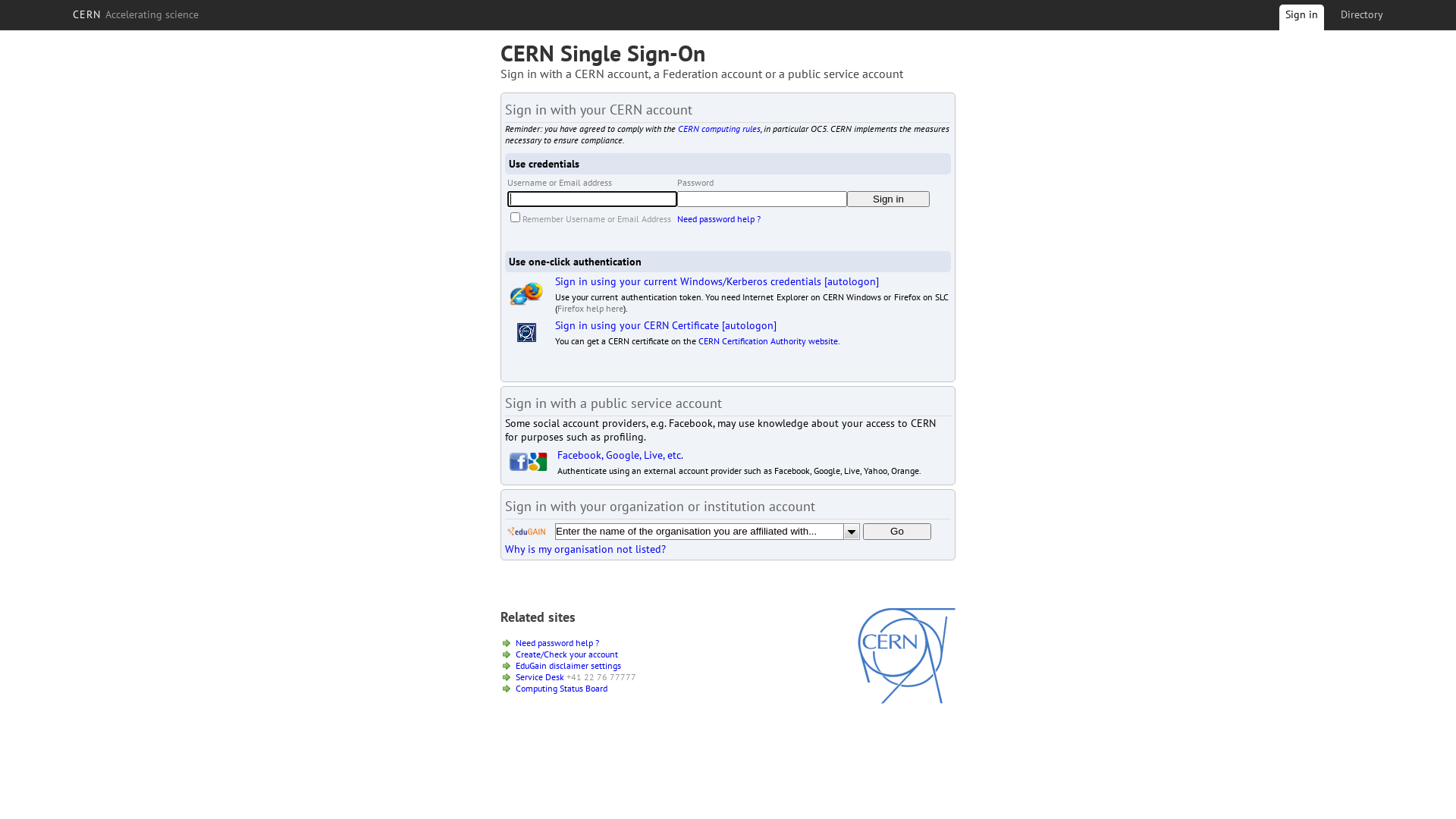  What do you see at coordinates (560, 688) in the screenshot?
I see `'Computing Status Board'` at bounding box center [560, 688].